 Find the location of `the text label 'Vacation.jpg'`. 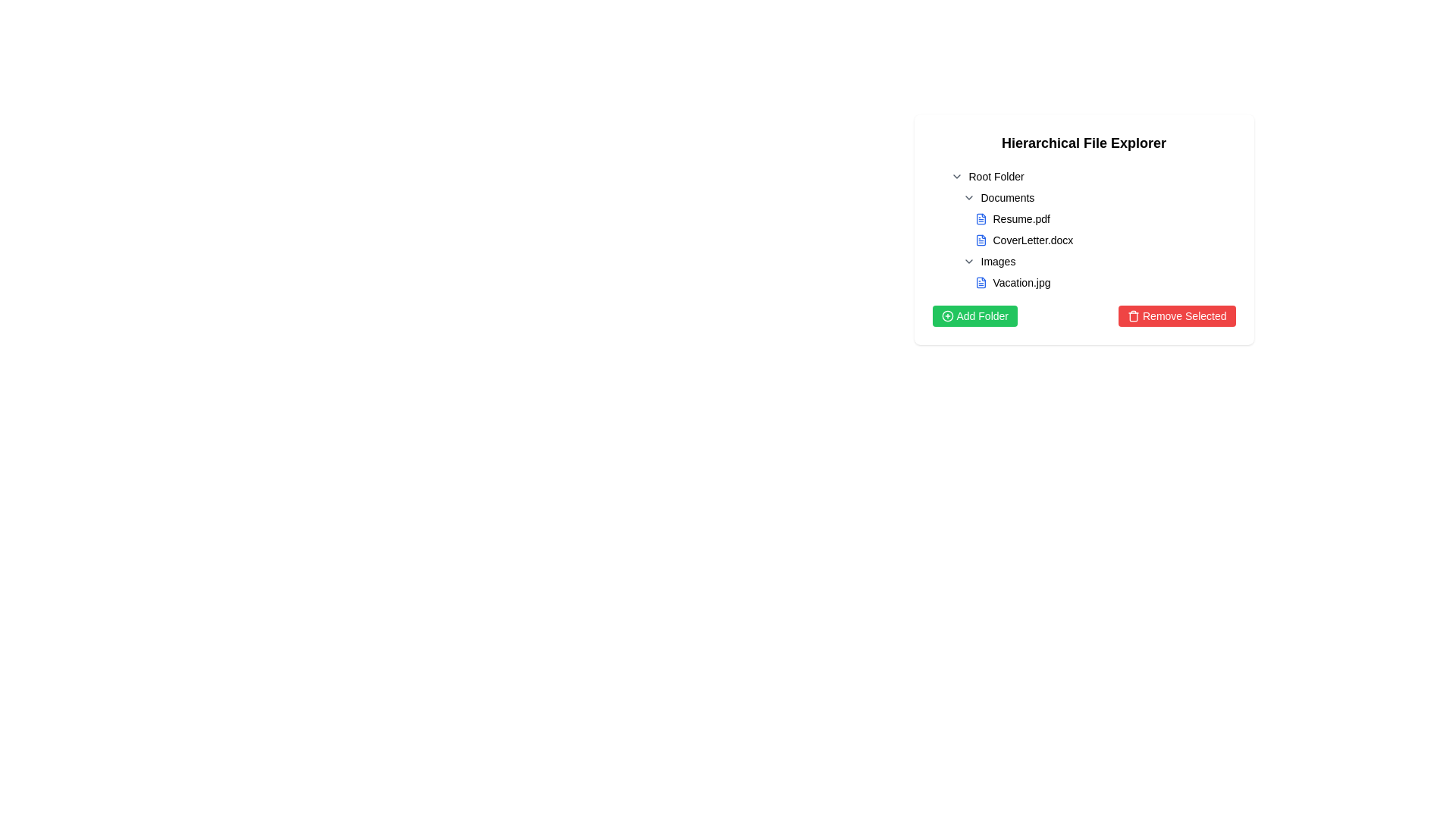

the text label 'Vacation.jpg' is located at coordinates (1021, 283).